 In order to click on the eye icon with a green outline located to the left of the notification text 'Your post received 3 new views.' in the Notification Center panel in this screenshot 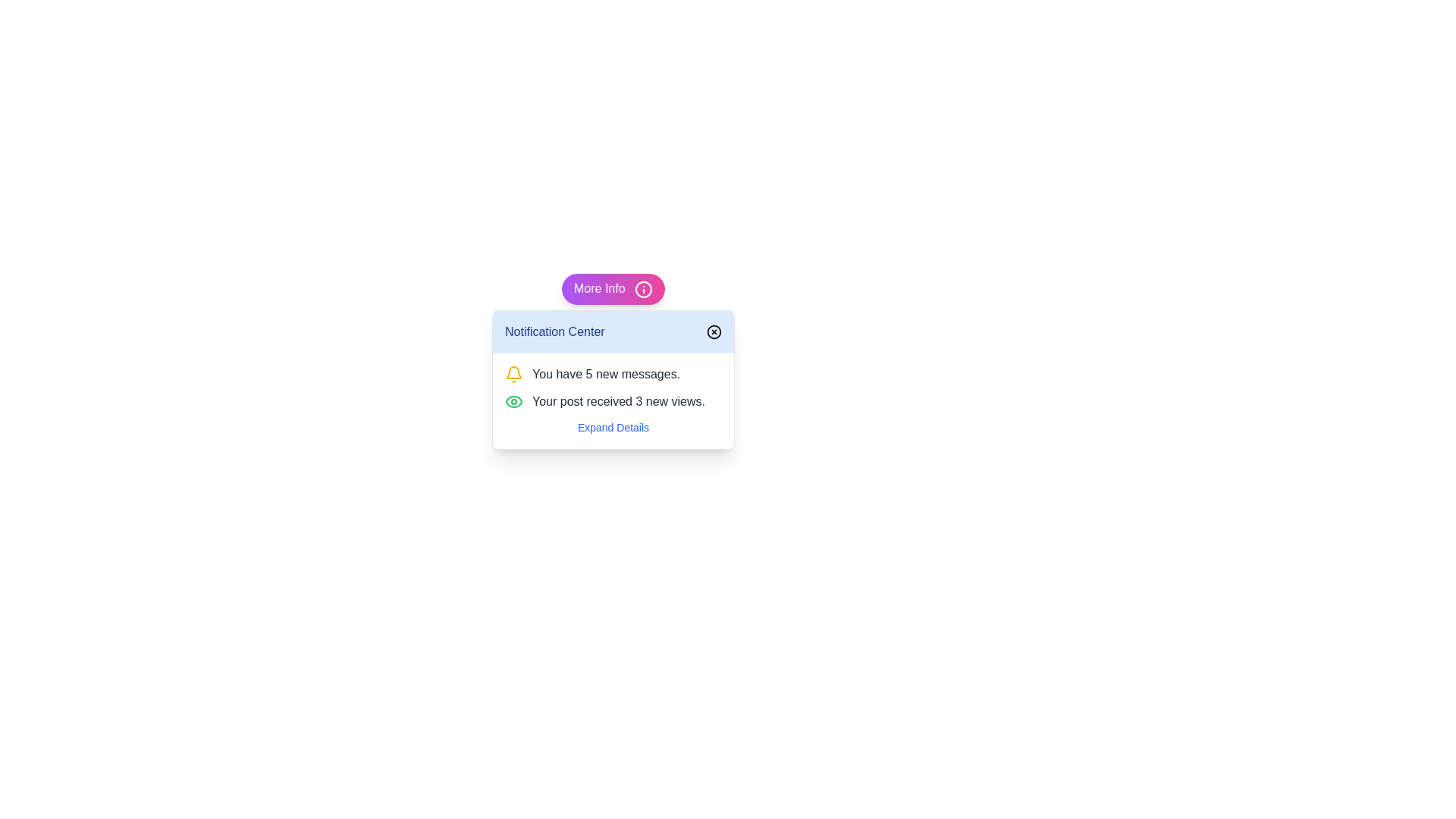, I will do `click(513, 400)`.